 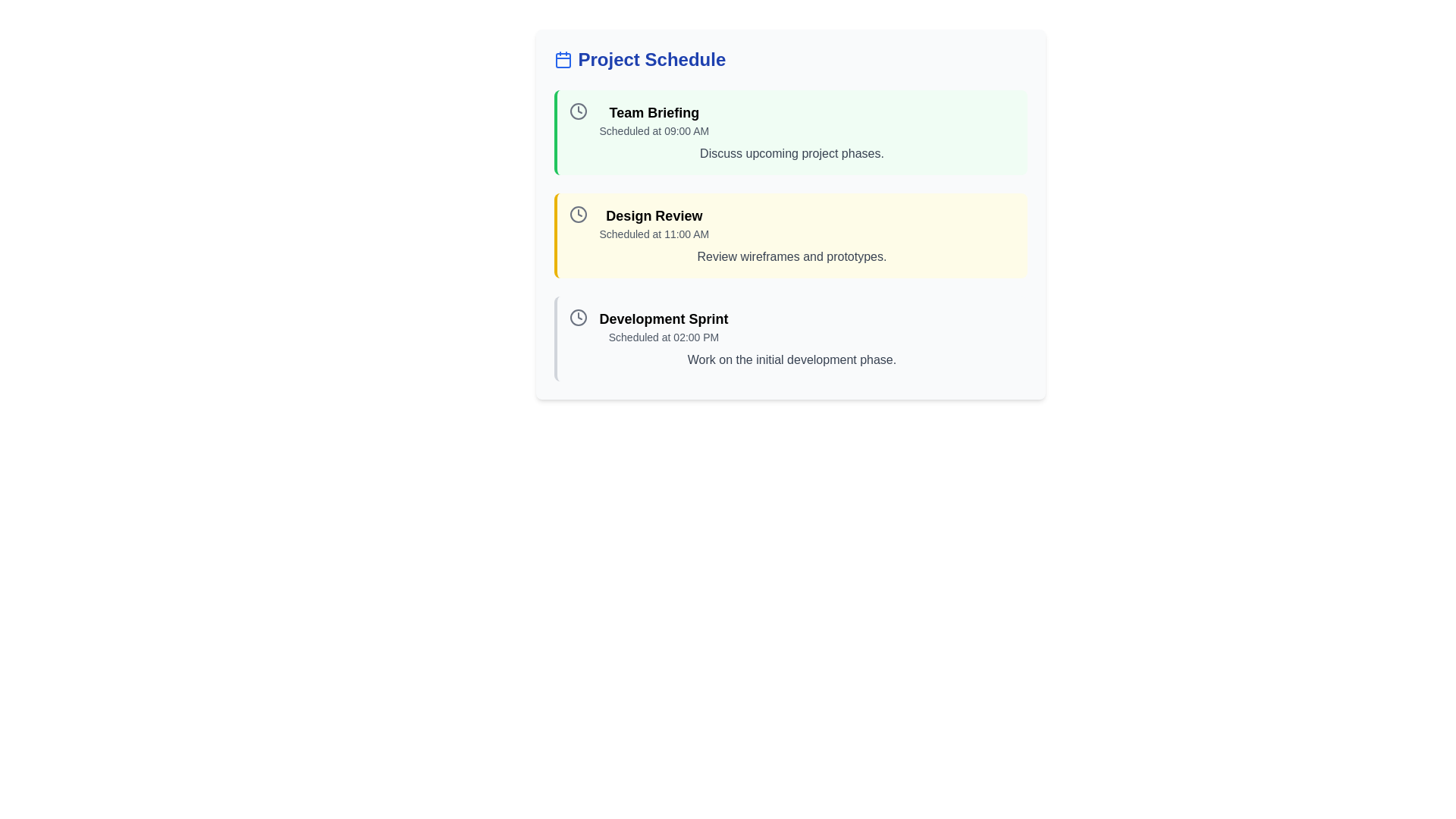 I want to click on the Information card or list item with a yellow background titled 'Design Review', which is the second event in the Project Schedule section, so click(x=789, y=214).